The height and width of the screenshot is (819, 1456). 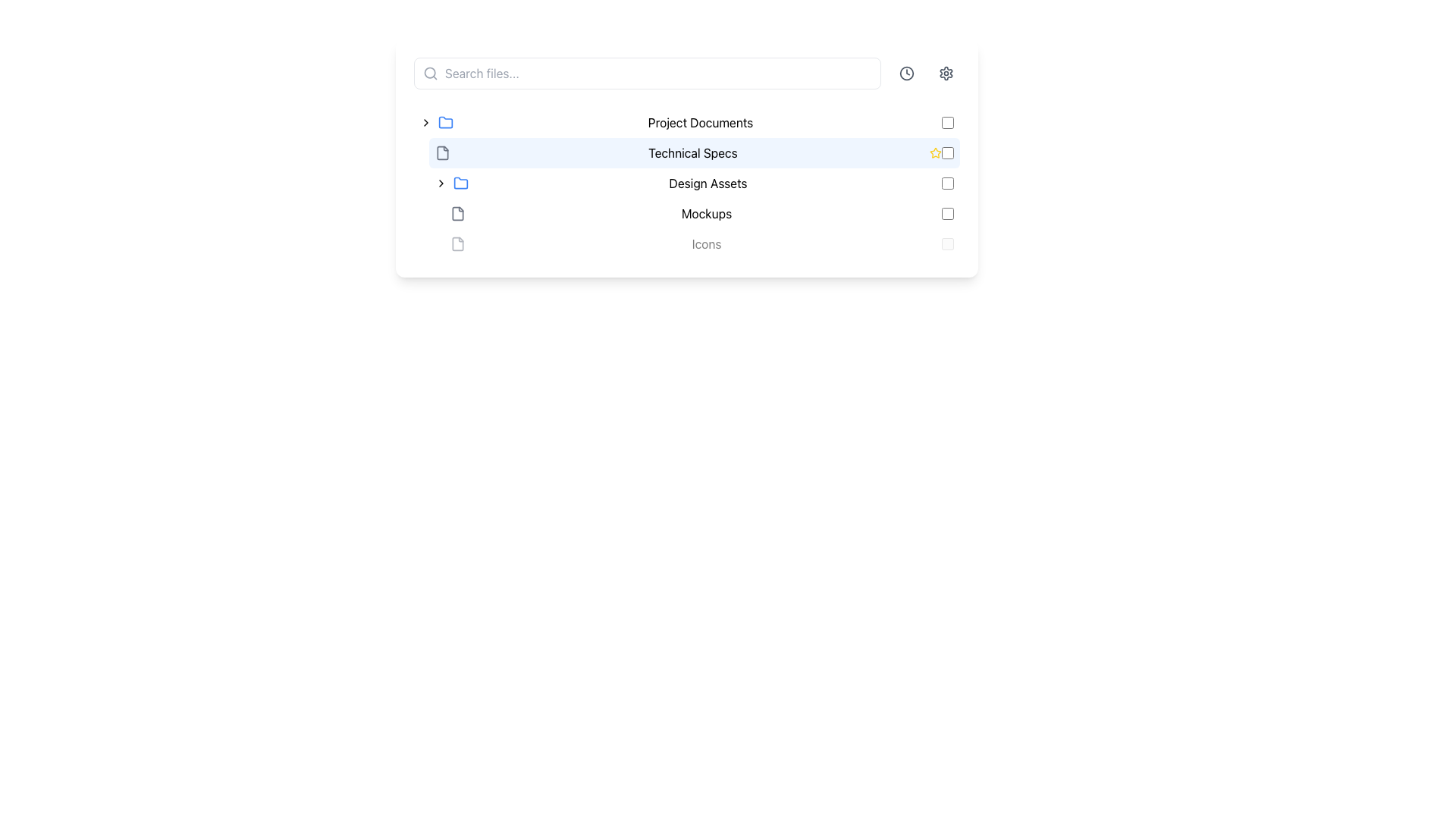 I want to click on the circular button with a clock icon at its center, so click(x=906, y=73).